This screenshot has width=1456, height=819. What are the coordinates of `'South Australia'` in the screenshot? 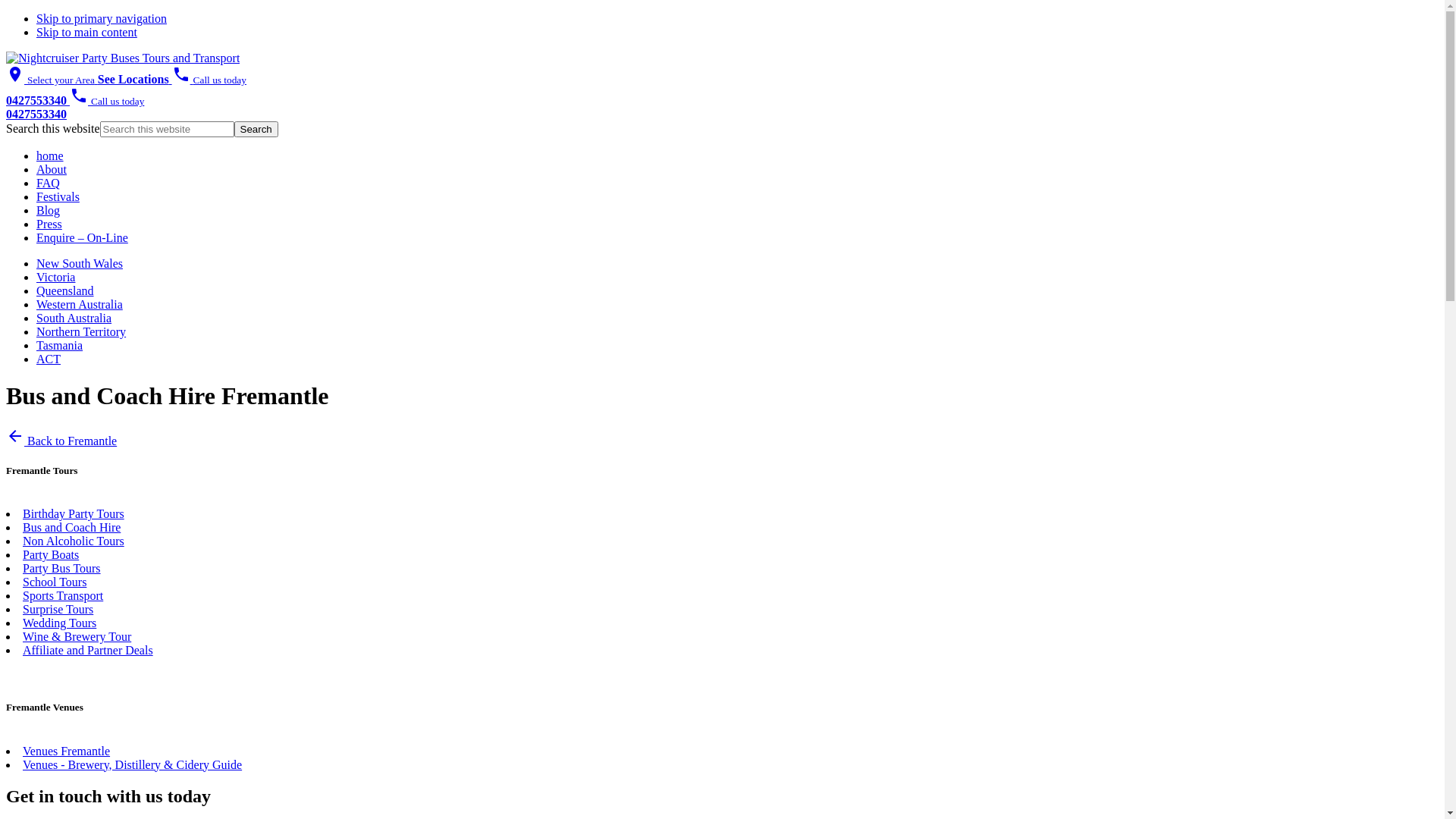 It's located at (73, 317).